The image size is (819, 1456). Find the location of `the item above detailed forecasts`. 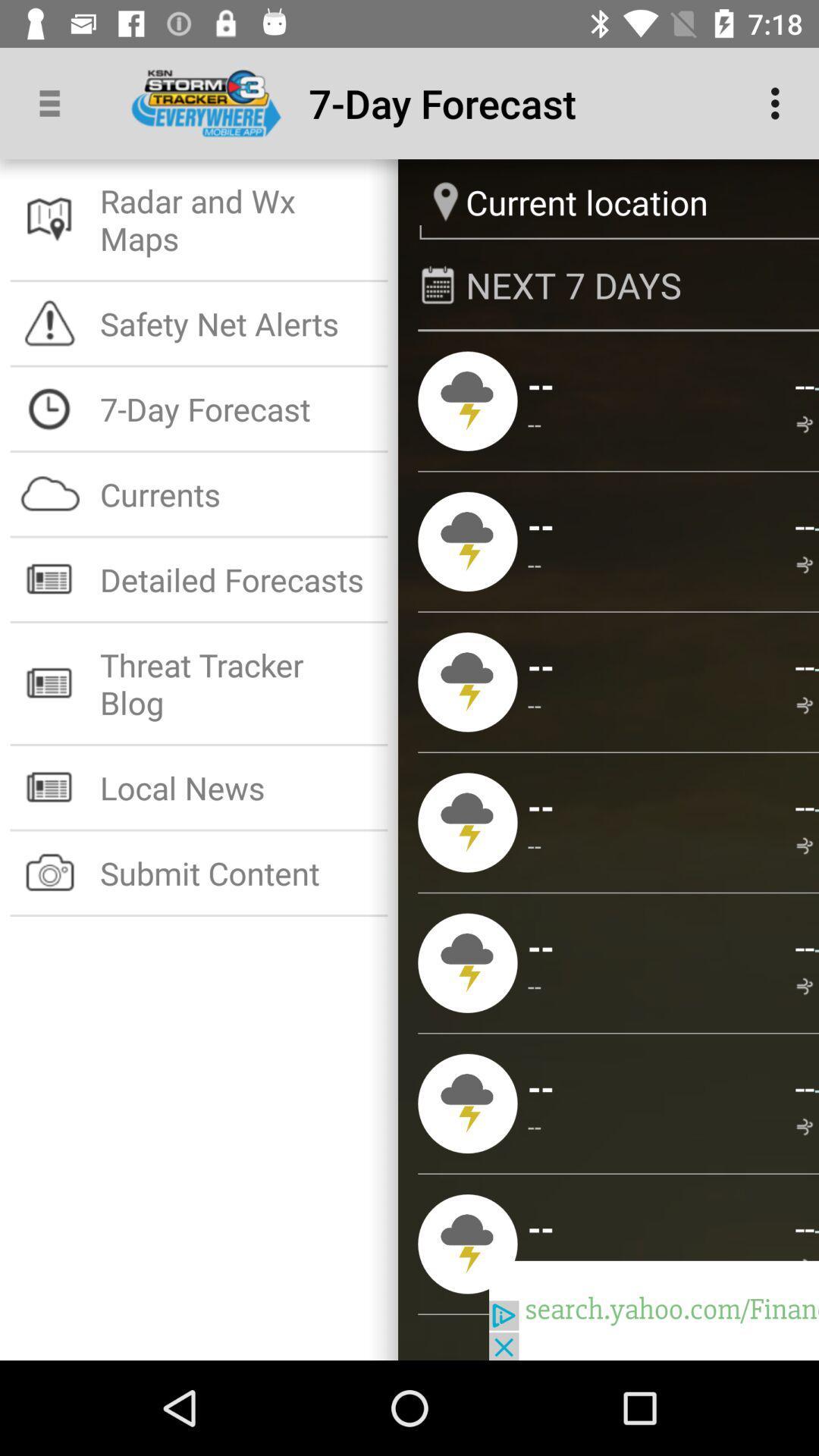

the item above detailed forecasts is located at coordinates (239, 494).